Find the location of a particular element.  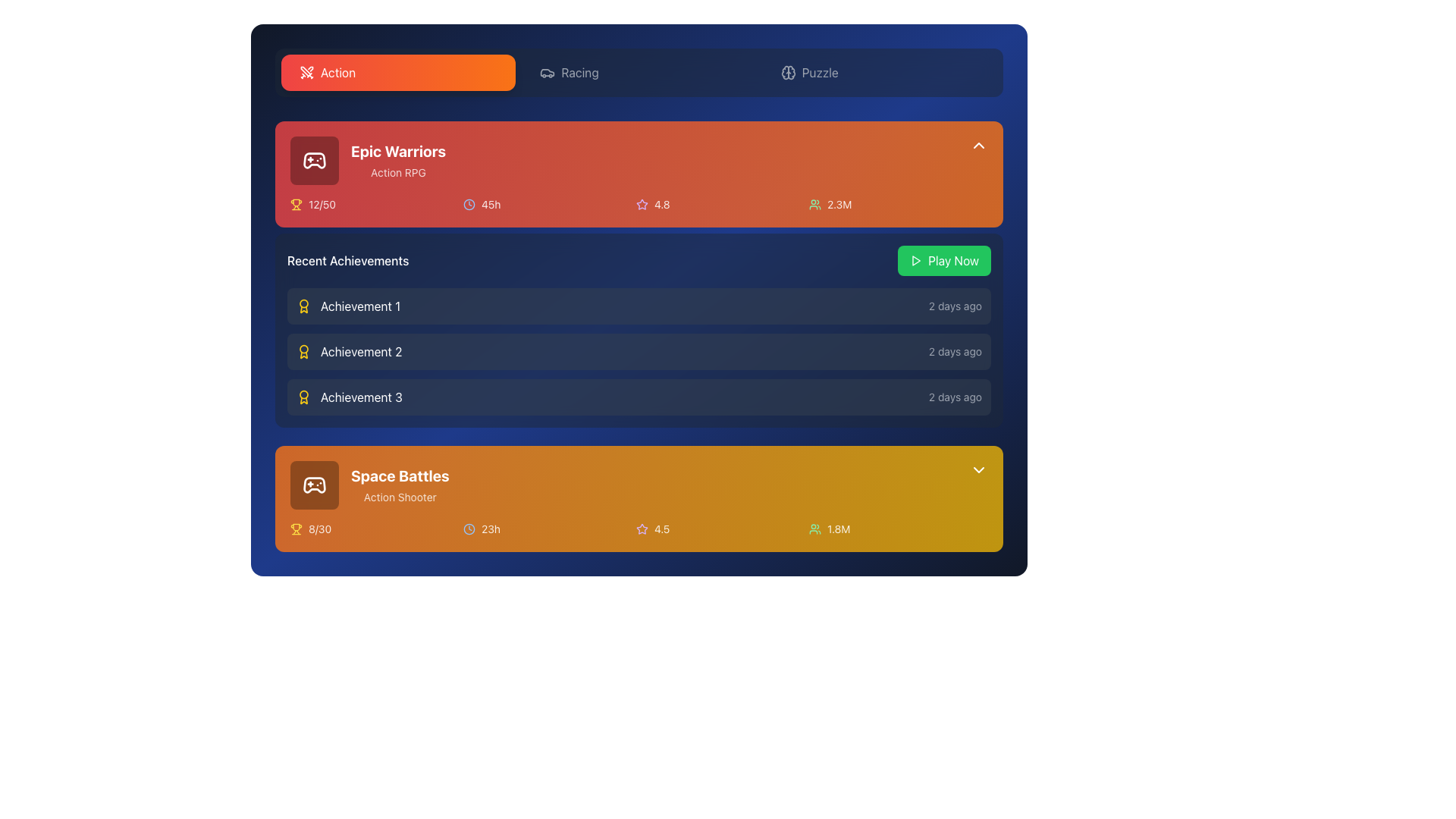

the Display card for 'Space Battles', which is the last card in the vertical stack of game entries located in the lower section of the interface is located at coordinates (629, 485).